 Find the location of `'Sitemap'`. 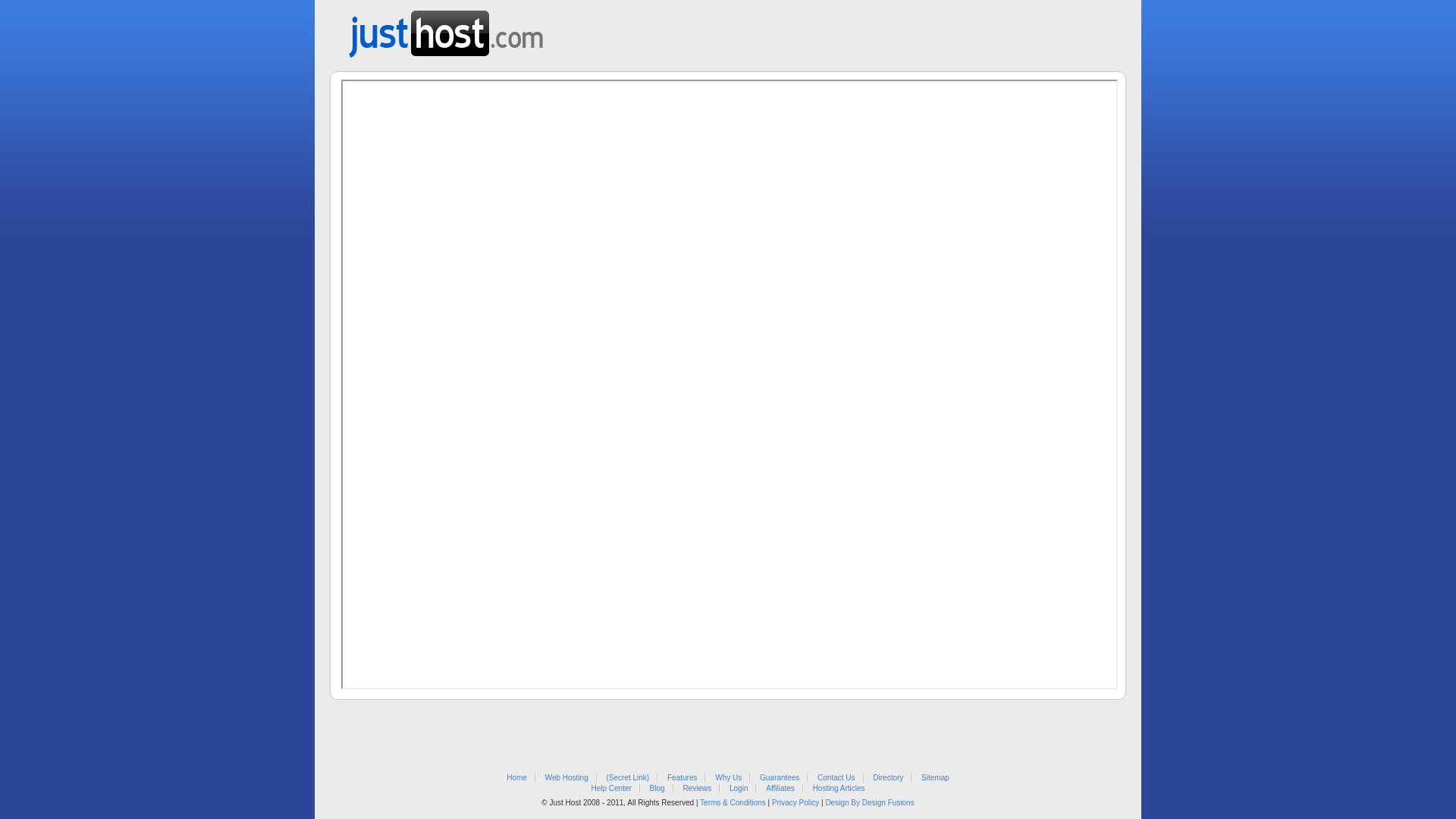

'Sitemap' is located at coordinates (934, 777).